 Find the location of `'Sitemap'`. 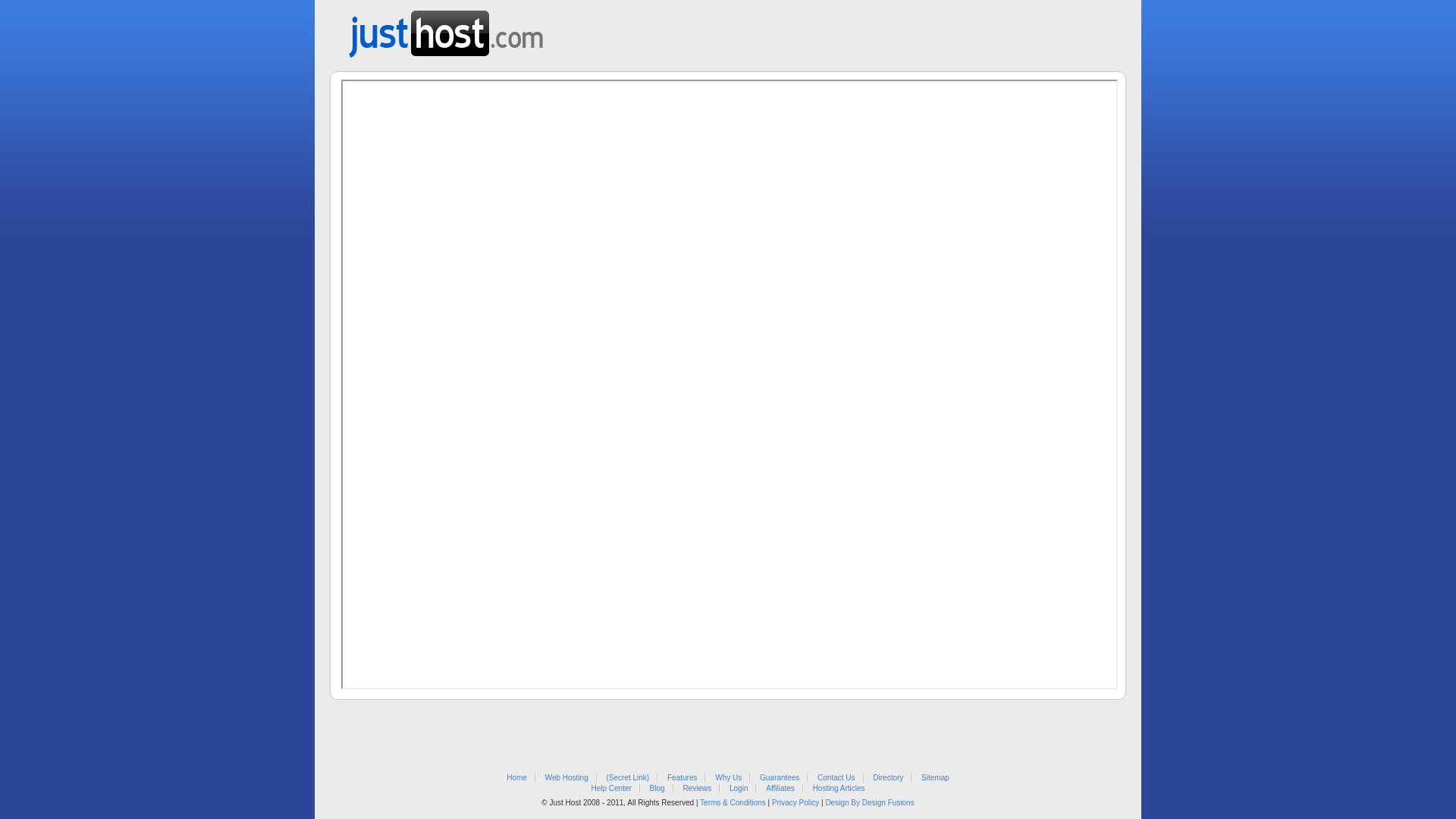

'Sitemap' is located at coordinates (934, 777).